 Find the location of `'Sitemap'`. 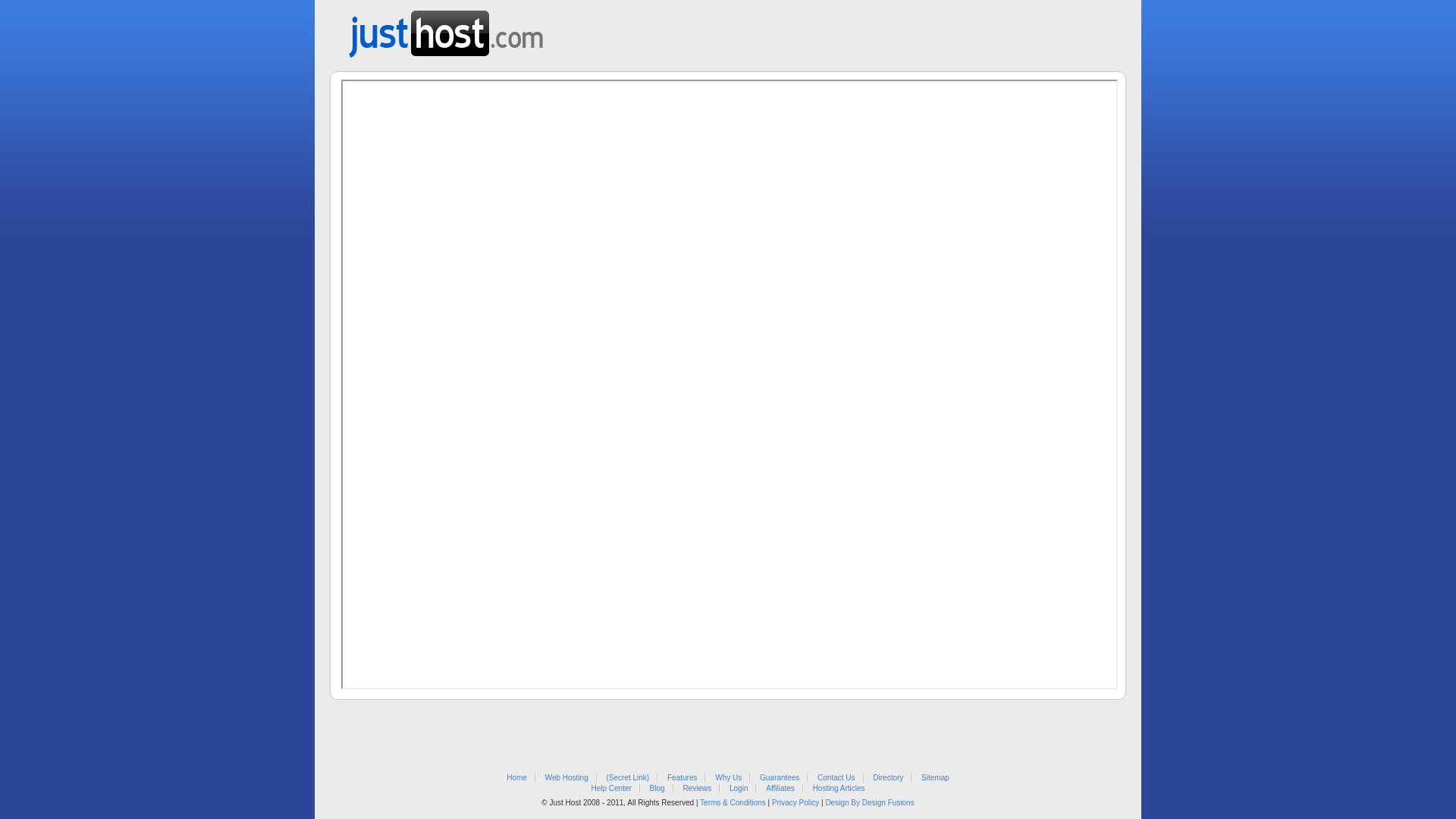

'Sitemap' is located at coordinates (934, 777).